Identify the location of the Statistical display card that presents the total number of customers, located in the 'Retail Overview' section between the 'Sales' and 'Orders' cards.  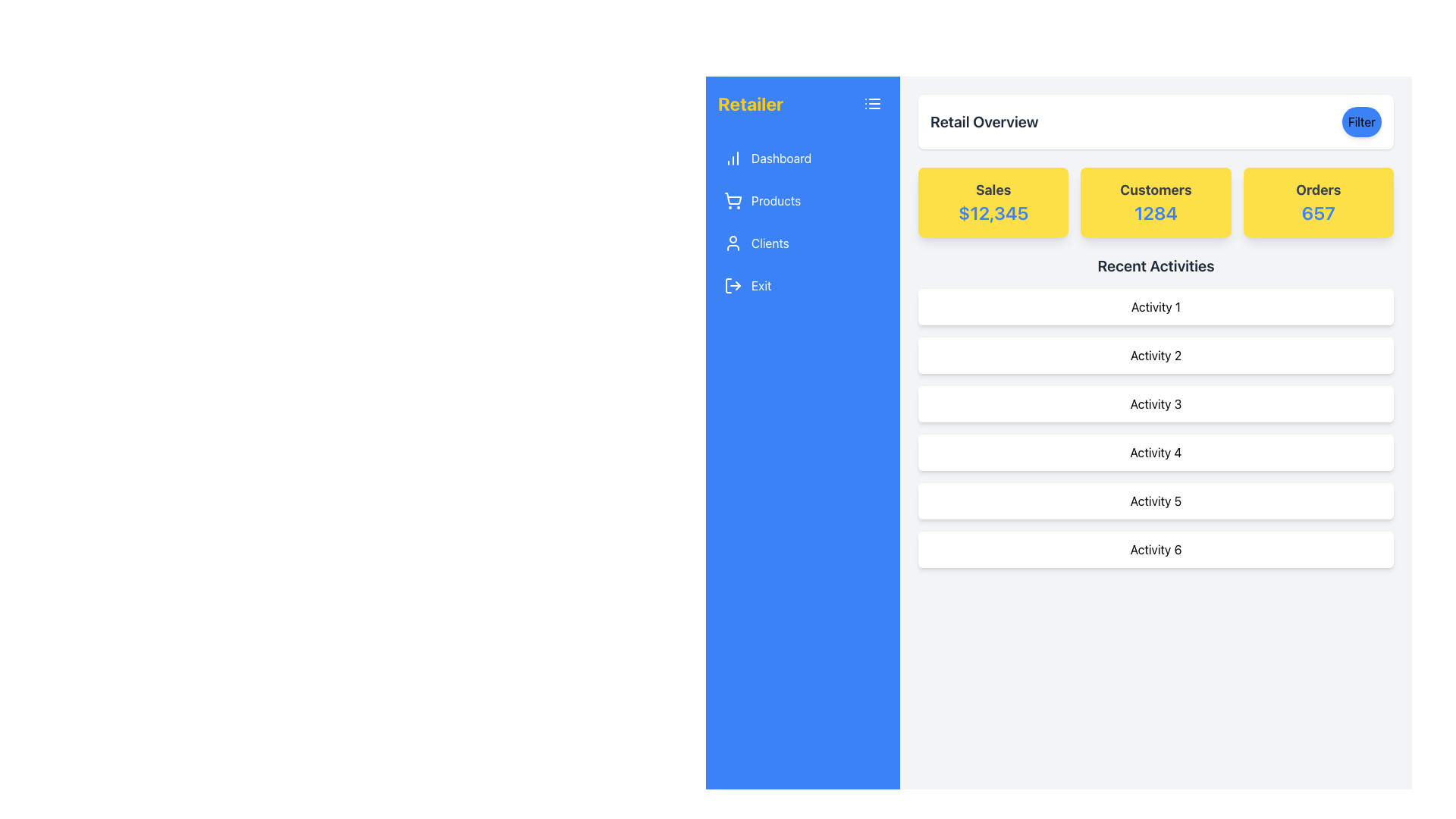
(1155, 201).